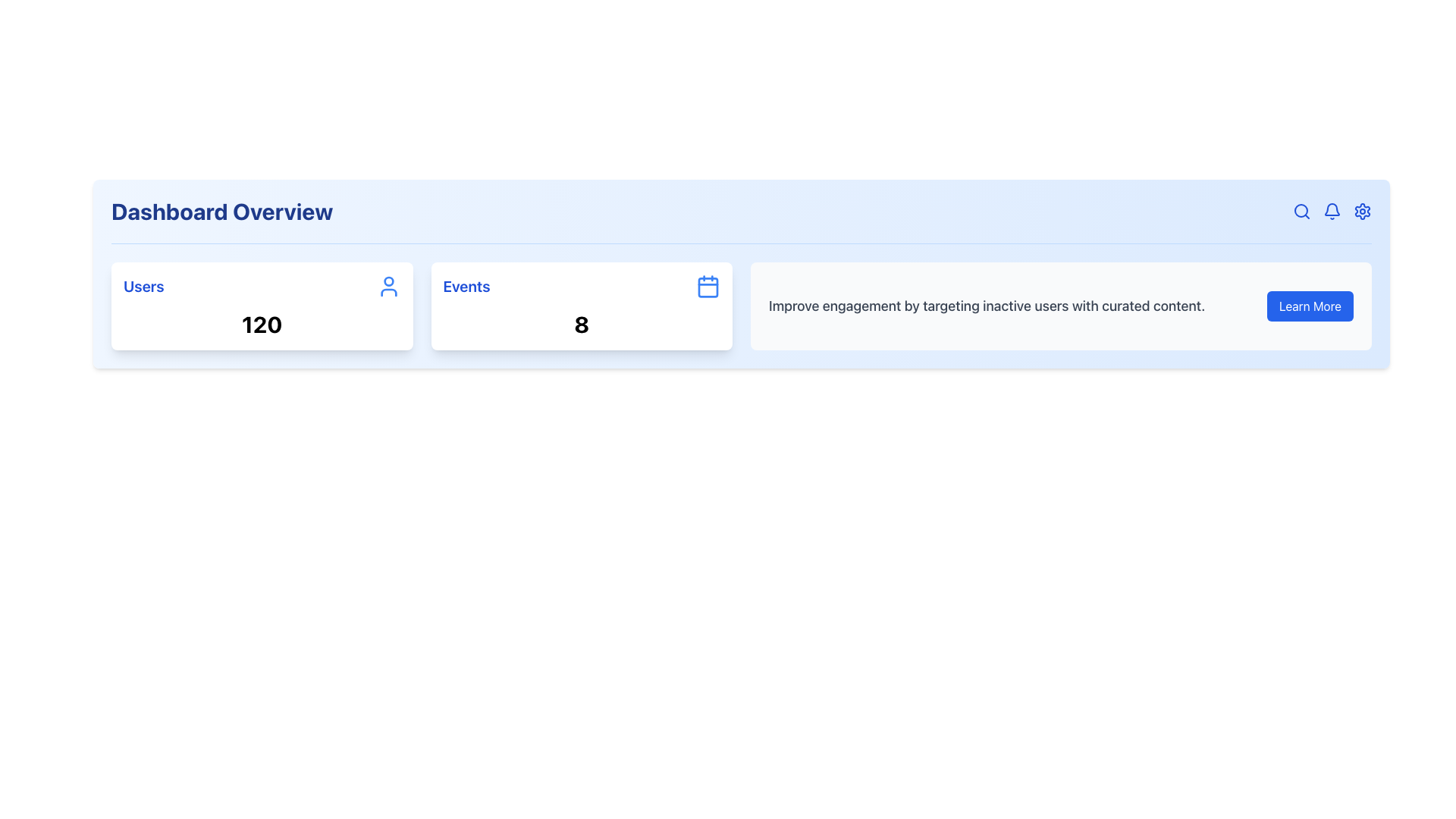  Describe the element at coordinates (581, 306) in the screenshot. I see `the 'Events' summary card, which is the second card in a horizontal arrangement of three cards, located between the 'Users' card and a promotional content card` at that location.